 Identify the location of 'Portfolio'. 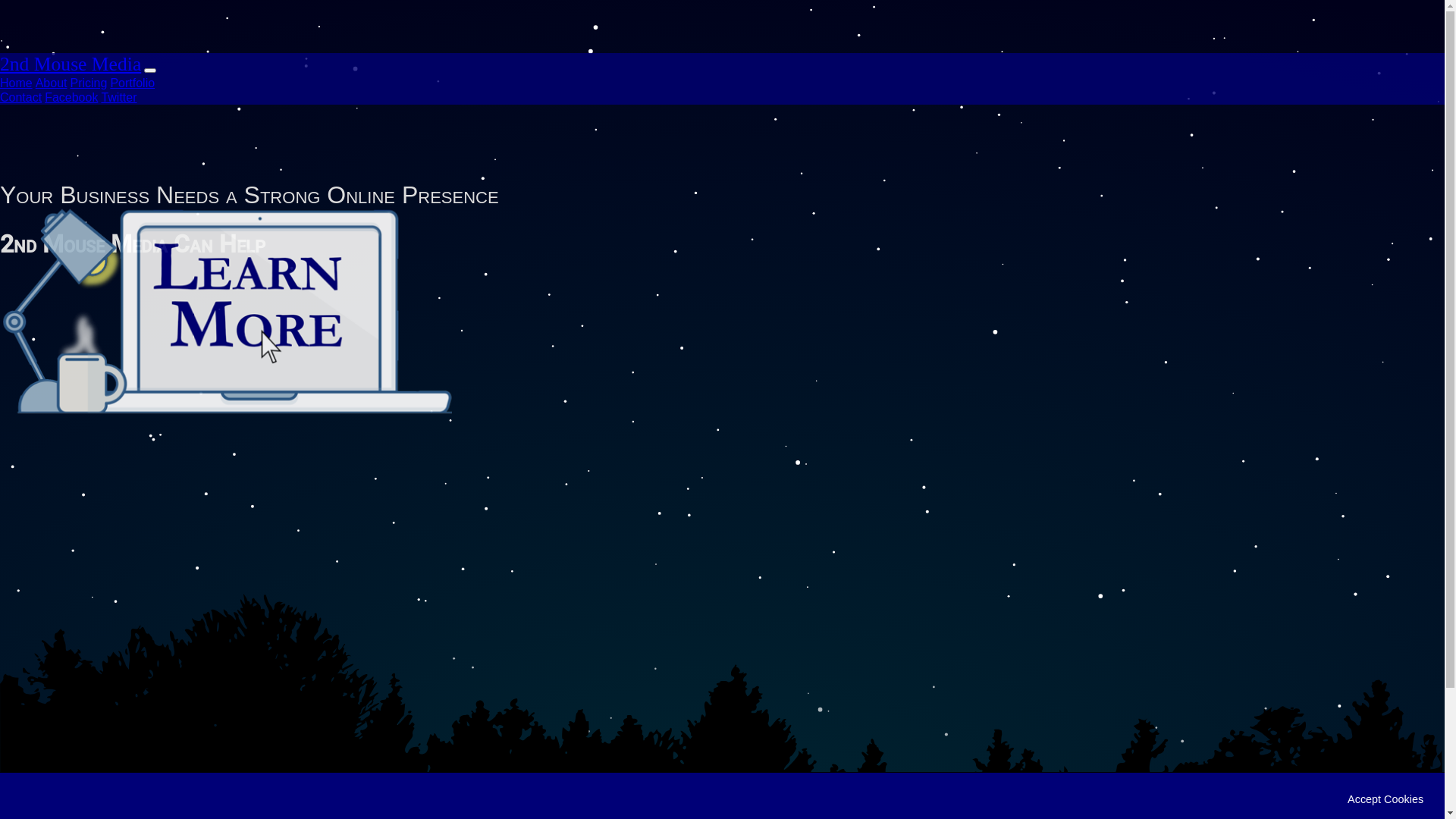
(108, 83).